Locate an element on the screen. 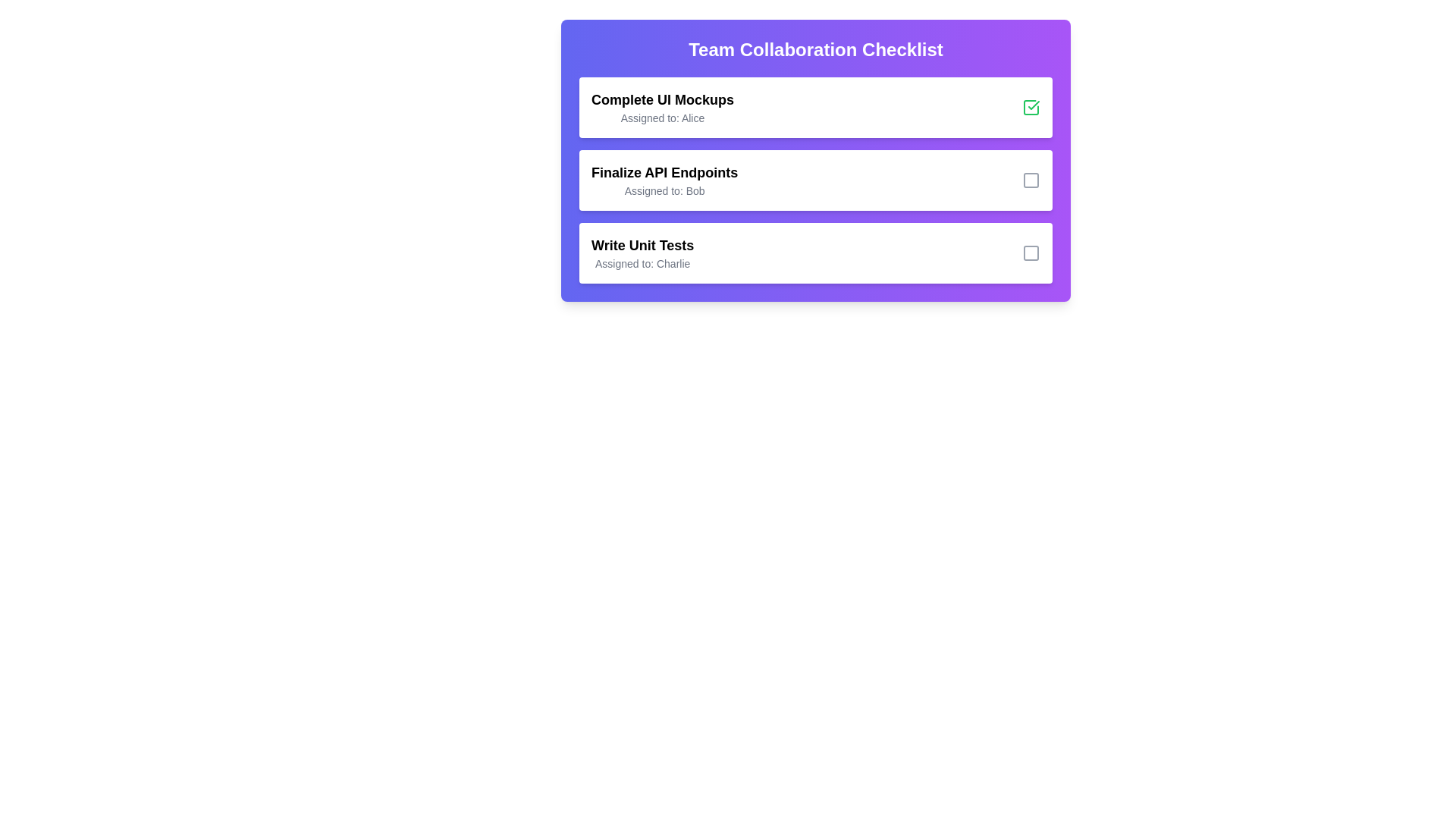  the checkbox or button styled as an outline in light gray, located is located at coordinates (1031, 253).